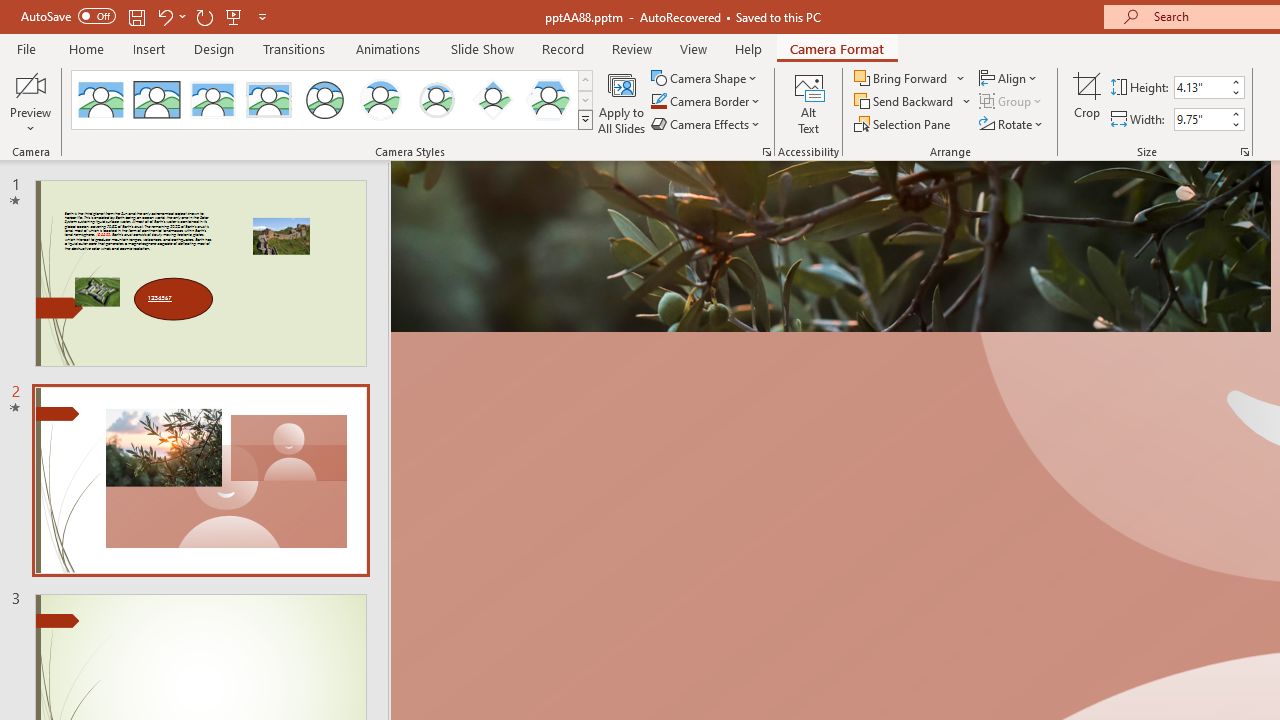  Describe the element at coordinates (808, 103) in the screenshot. I see `'Alt Text'` at that location.